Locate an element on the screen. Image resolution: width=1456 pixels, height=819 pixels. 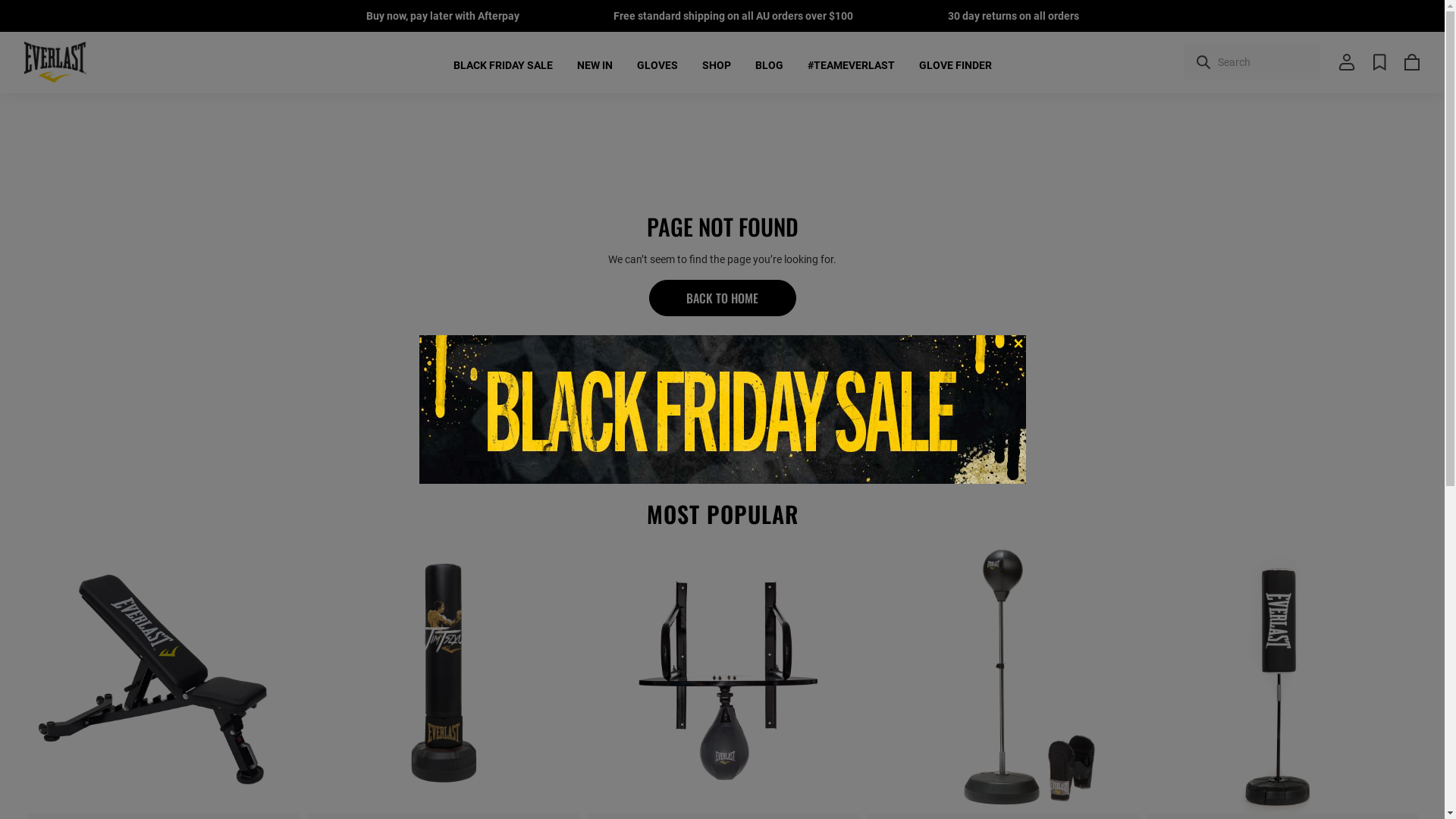
'#TEAMEVERLAST' is located at coordinates (850, 64).